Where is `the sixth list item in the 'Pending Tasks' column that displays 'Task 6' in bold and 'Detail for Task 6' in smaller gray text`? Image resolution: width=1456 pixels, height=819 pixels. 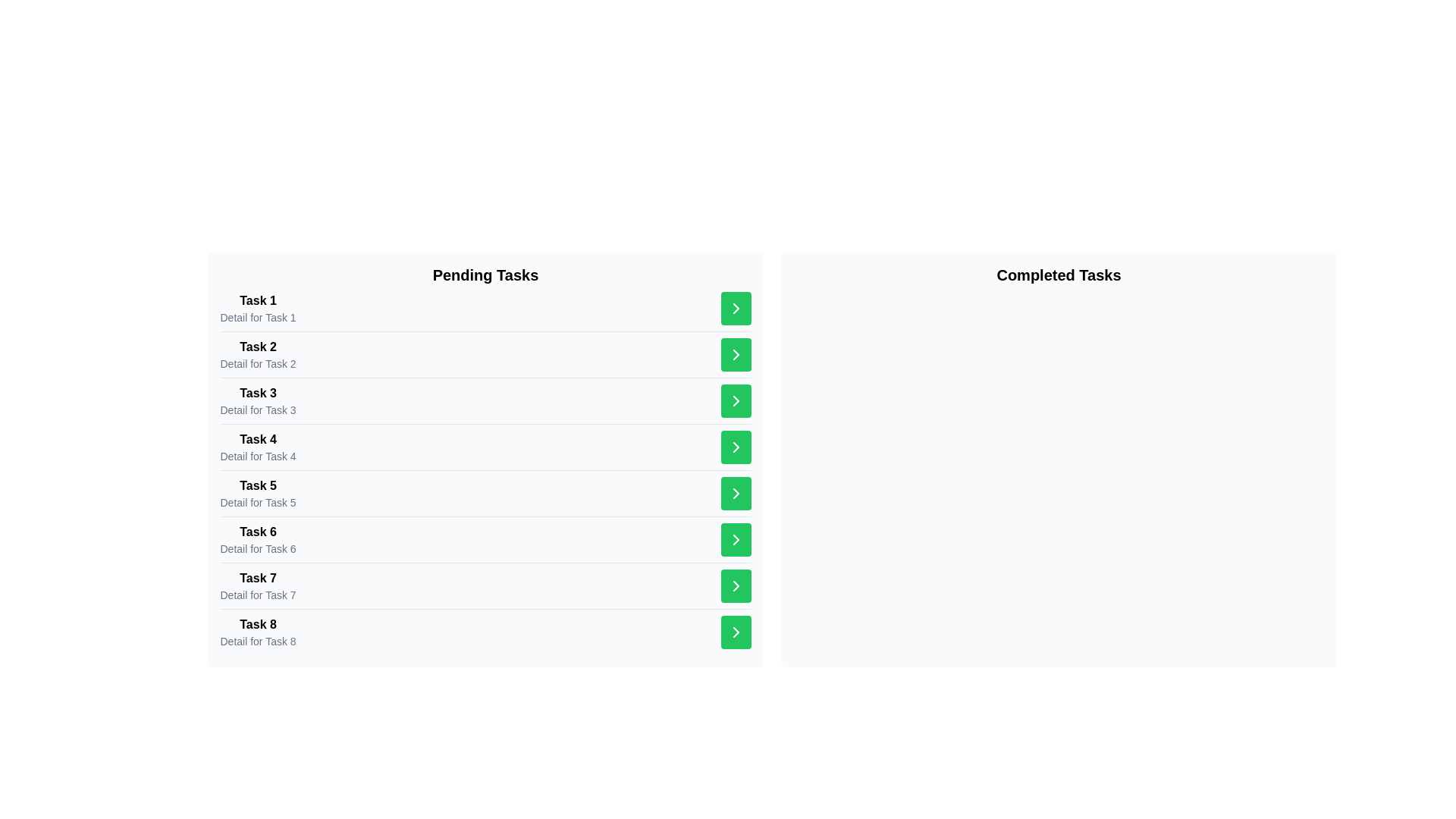
the sixth list item in the 'Pending Tasks' column that displays 'Task 6' in bold and 'Detail for Task 6' in smaller gray text is located at coordinates (258, 539).